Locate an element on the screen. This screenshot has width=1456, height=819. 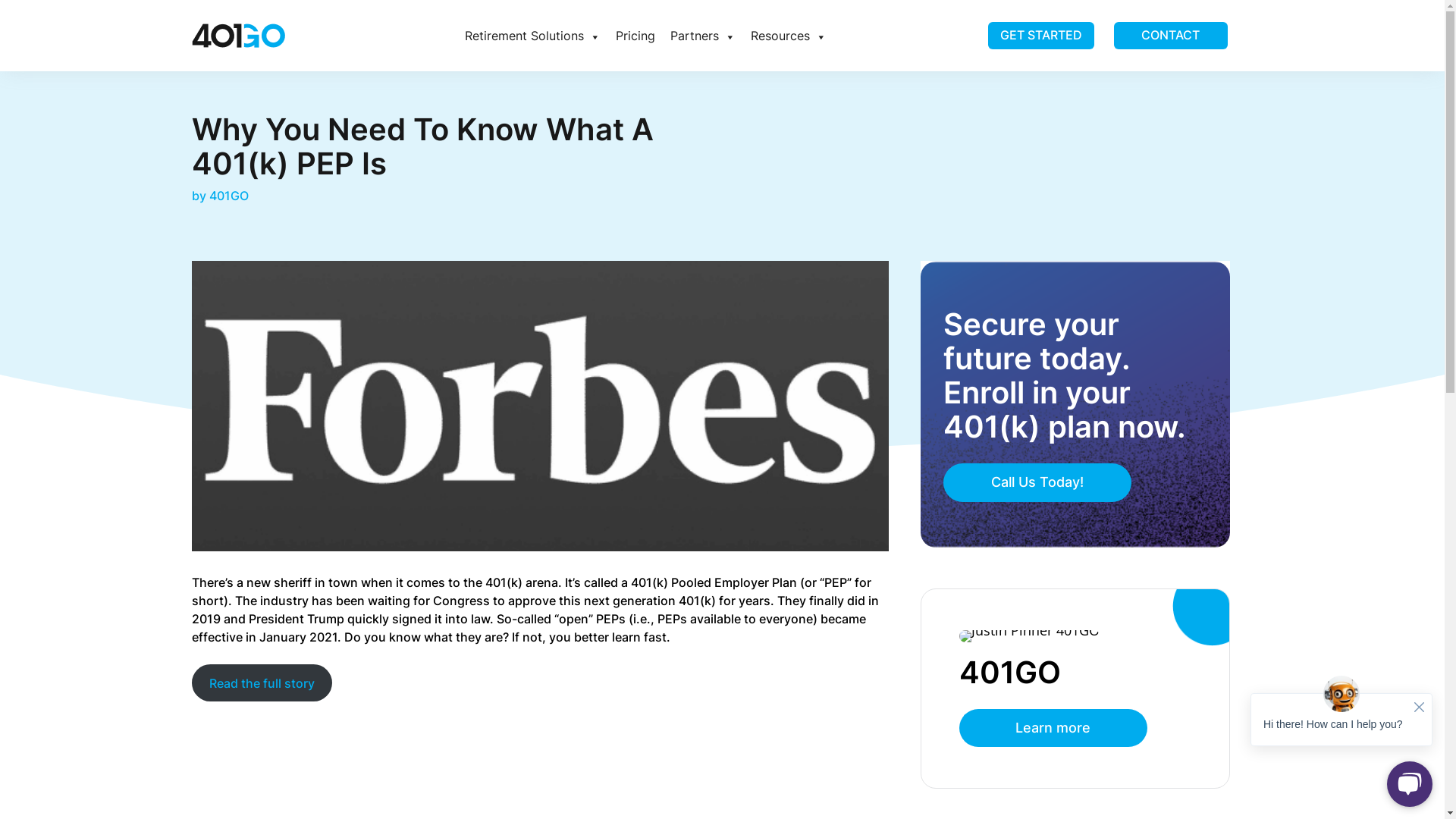
'Learn more' is located at coordinates (1052, 727).